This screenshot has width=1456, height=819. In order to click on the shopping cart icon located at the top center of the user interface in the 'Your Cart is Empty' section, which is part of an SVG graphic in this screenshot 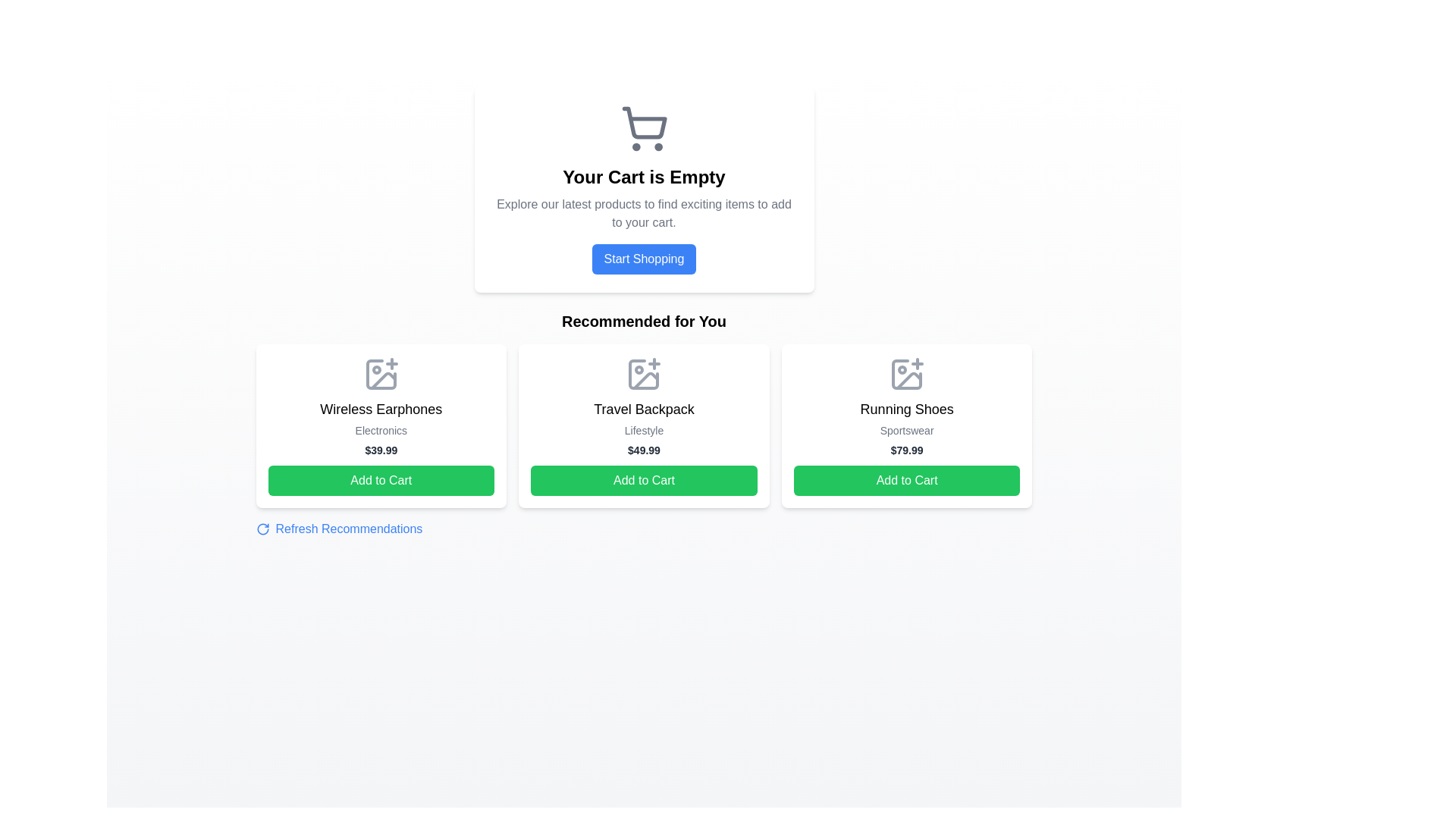, I will do `click(644, 122)`.